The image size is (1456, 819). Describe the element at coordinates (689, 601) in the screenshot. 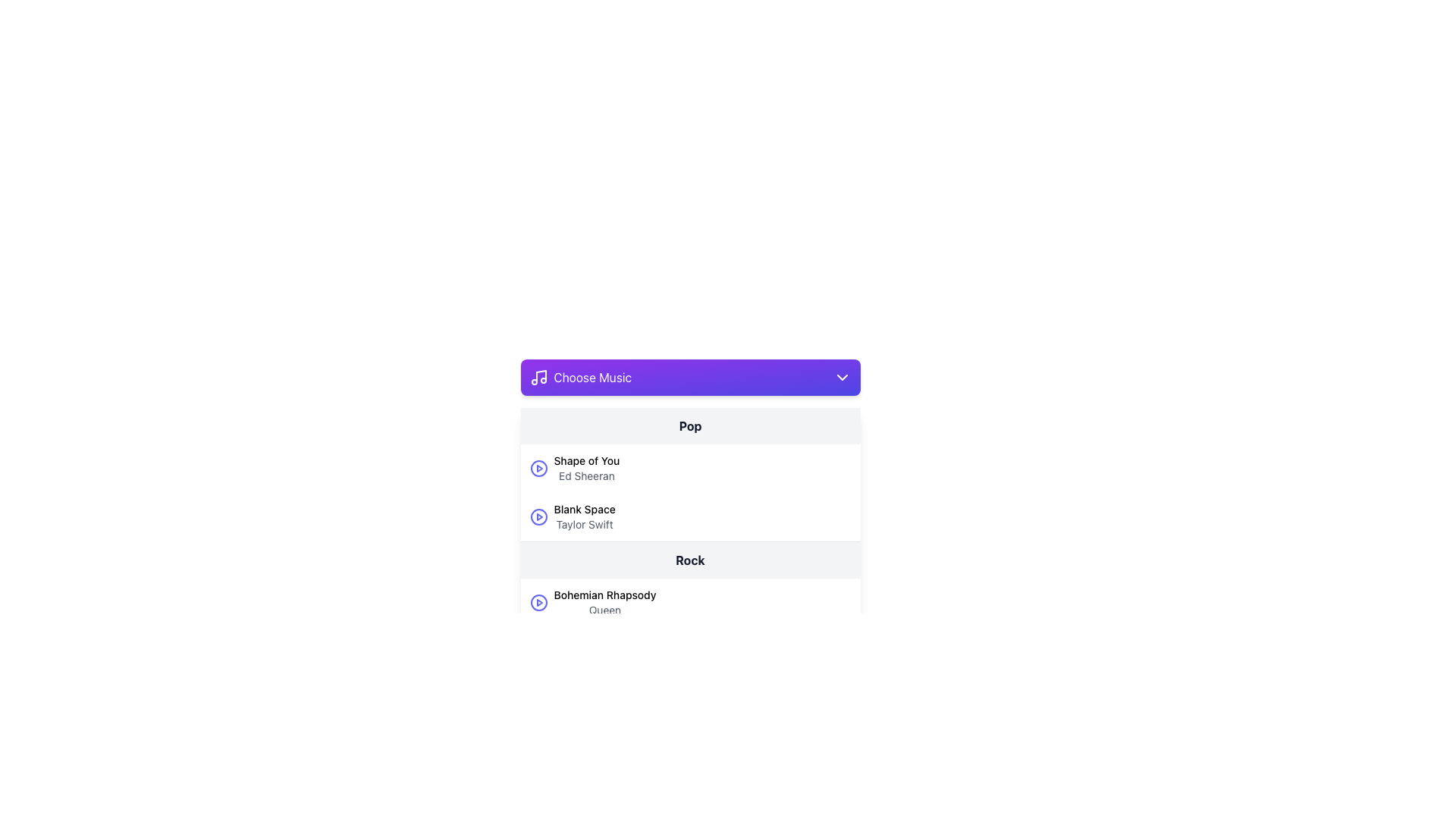

I see `the List Item for the song 'Bohemian Rhapsody' by Queen, located in the 'Rock' section of the song list` at that location.